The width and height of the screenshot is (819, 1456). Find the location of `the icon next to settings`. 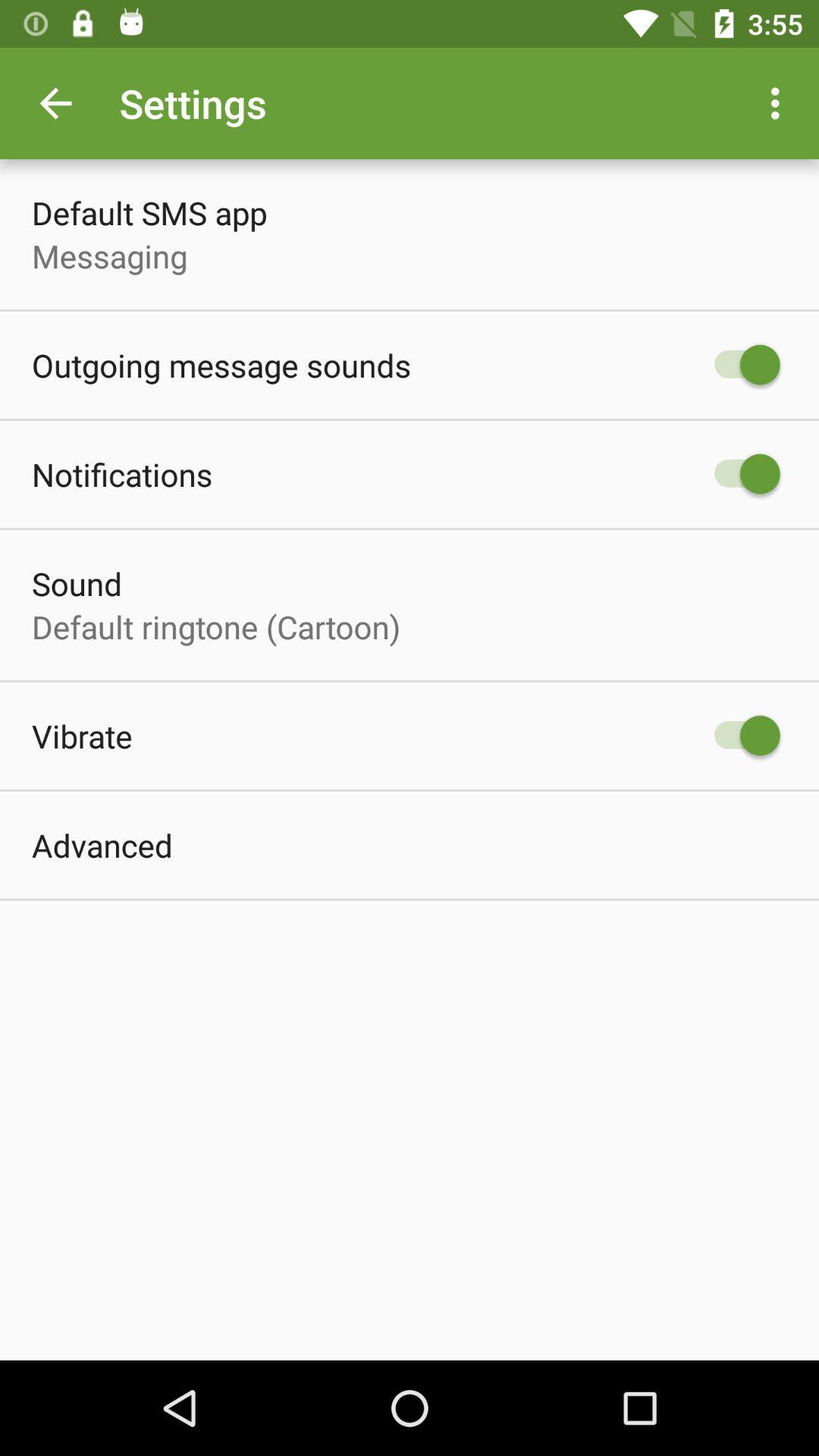

the icon next to settings is located at coordinates (55, 102).